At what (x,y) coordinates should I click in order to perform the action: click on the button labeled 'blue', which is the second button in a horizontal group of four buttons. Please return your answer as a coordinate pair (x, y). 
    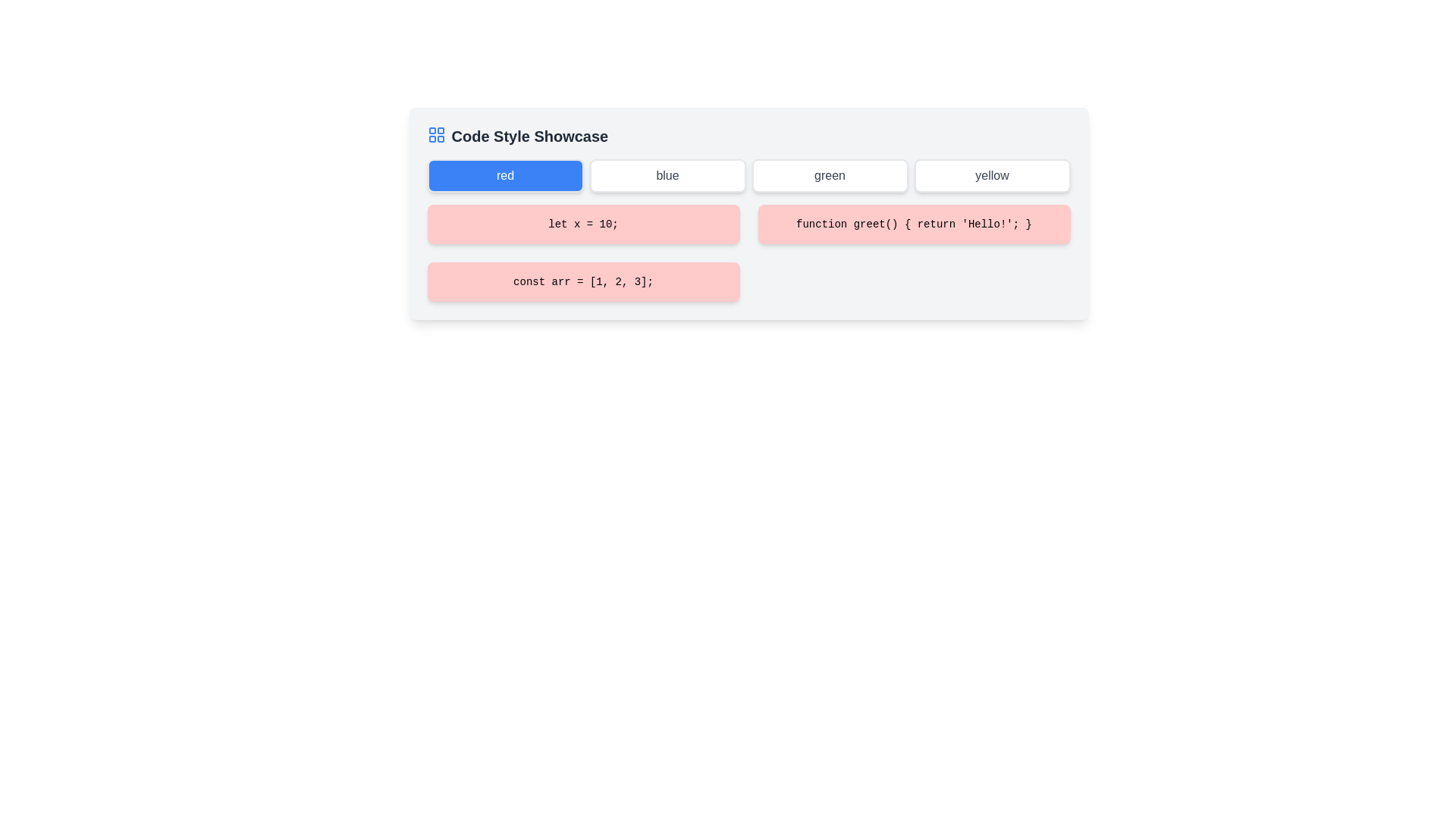
    Looking at the image, I should click on (667, 174).